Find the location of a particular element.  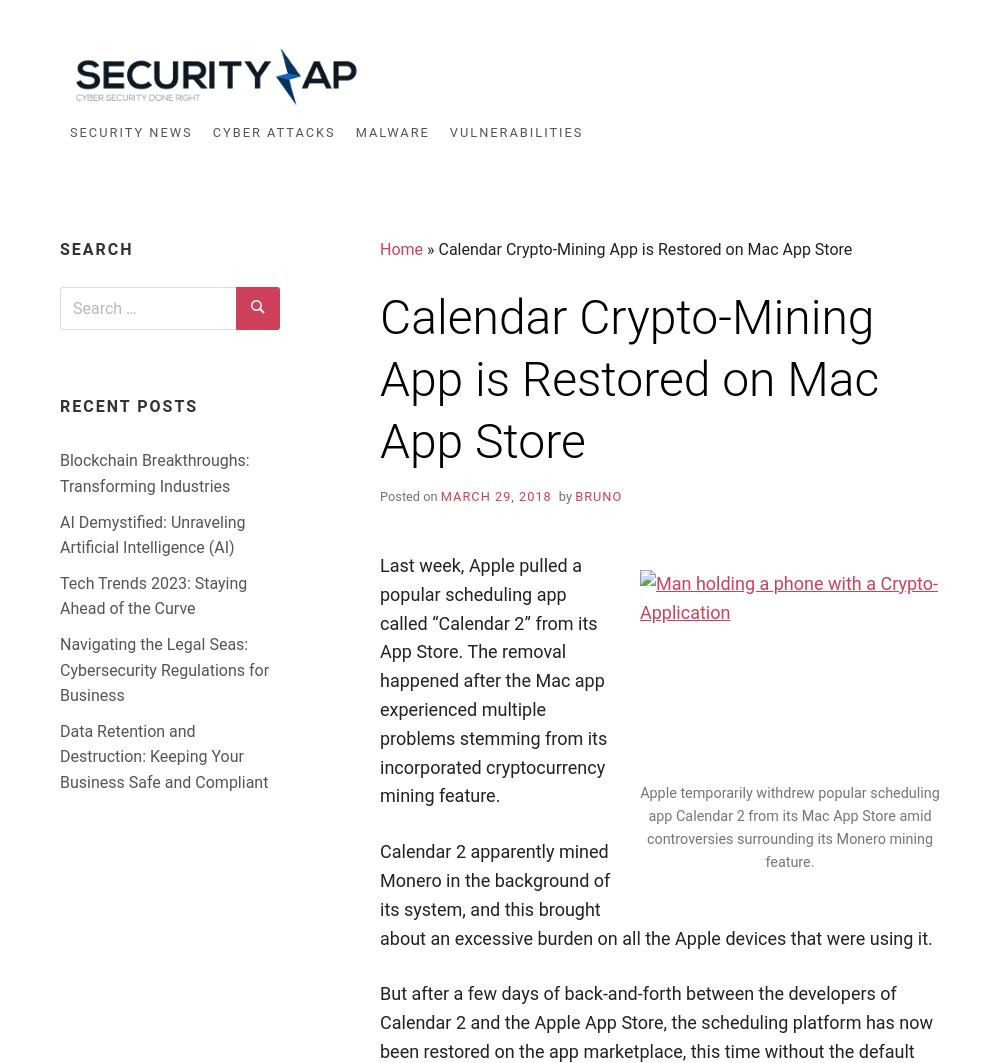

'Tech Trends 2023: Staying Ahead of the Curve' is located at coordinates (153, 594).